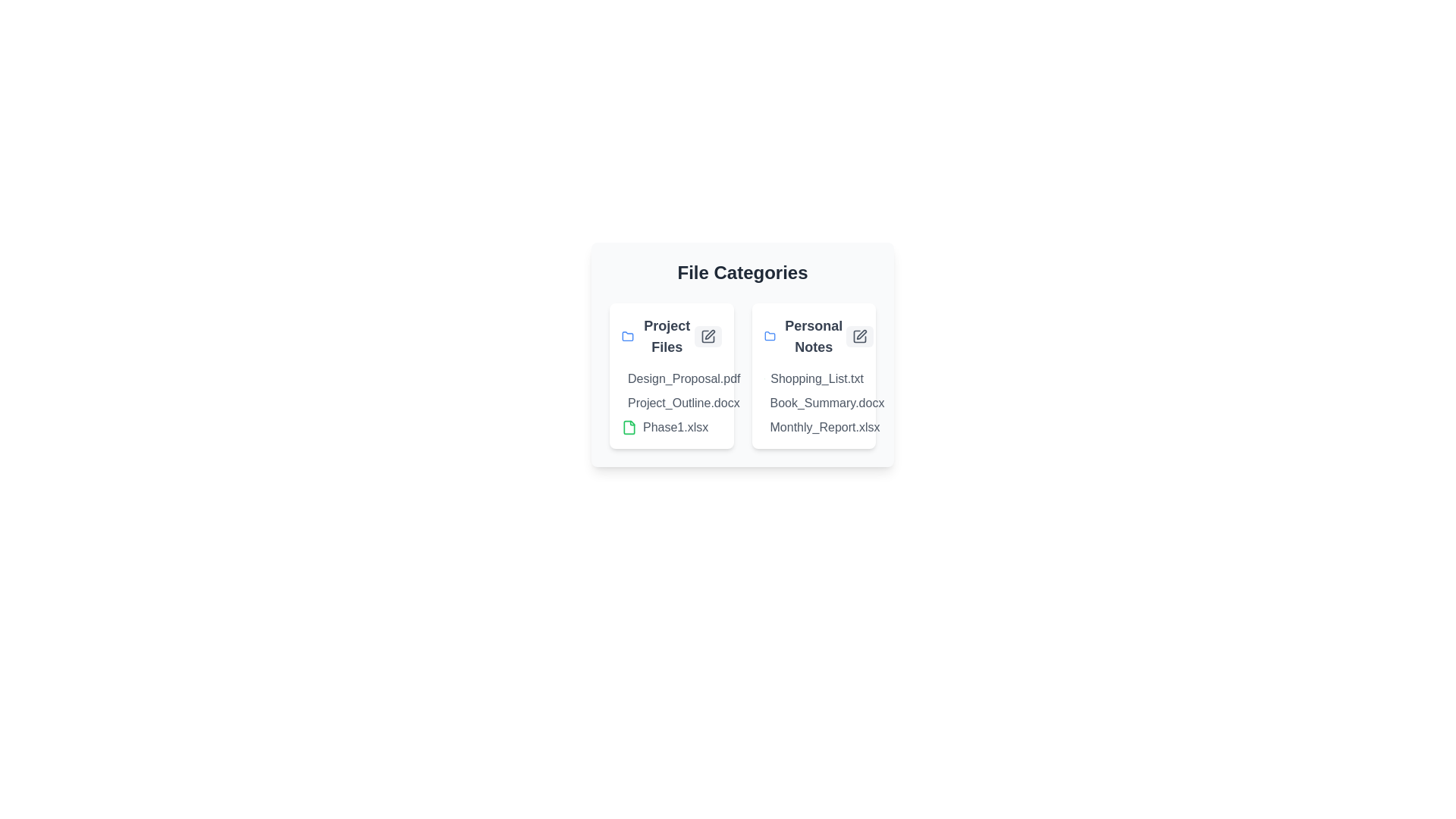 The width and height of the screenshot is (1456, 819). I want to click on the category card labeled Project Files, so click(670, 375).